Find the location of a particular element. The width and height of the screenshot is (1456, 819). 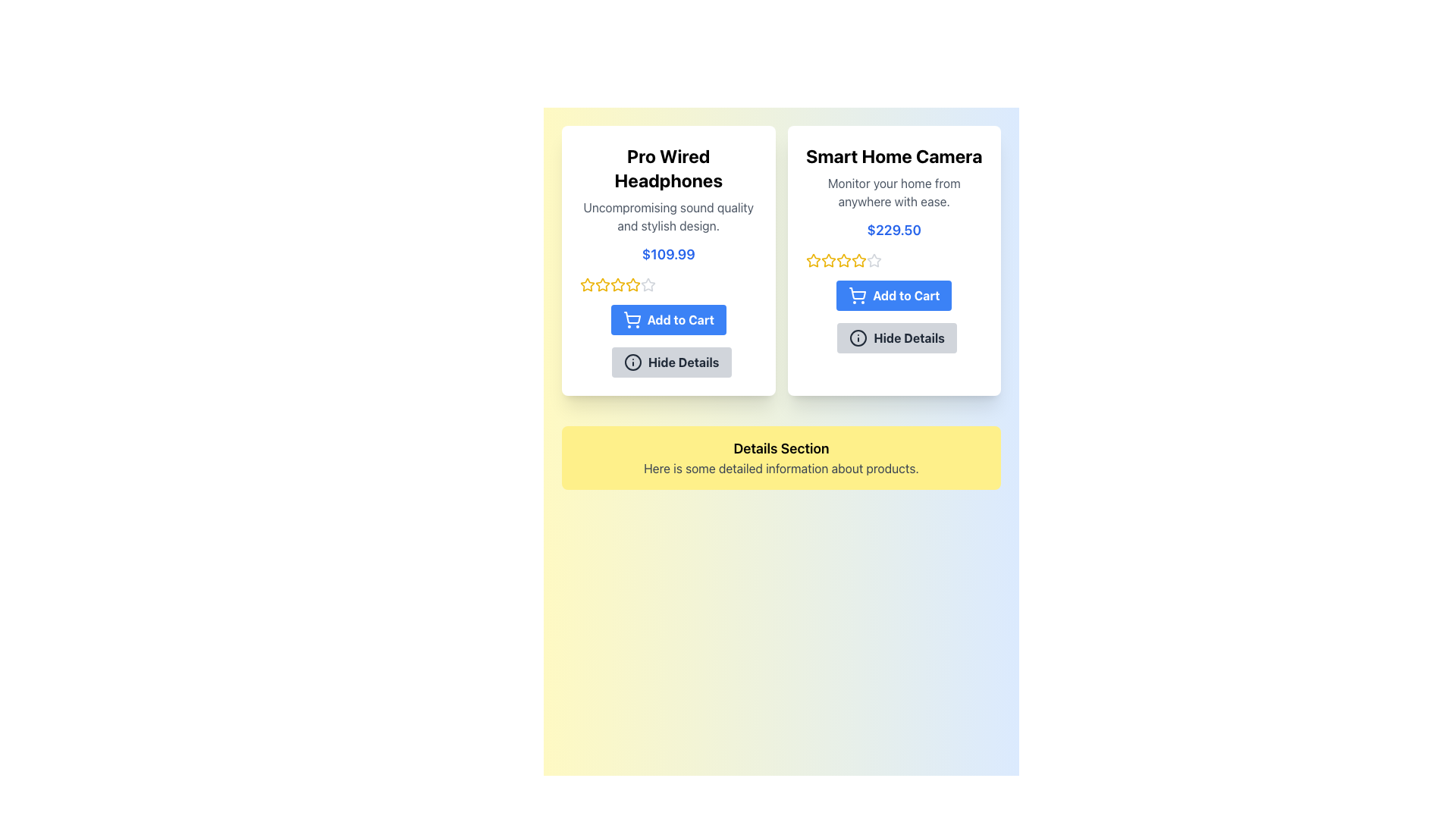

the collapse button within the product card for 'Pro Wired Headphones' to hide additional details is located at coordinates (670, 362).